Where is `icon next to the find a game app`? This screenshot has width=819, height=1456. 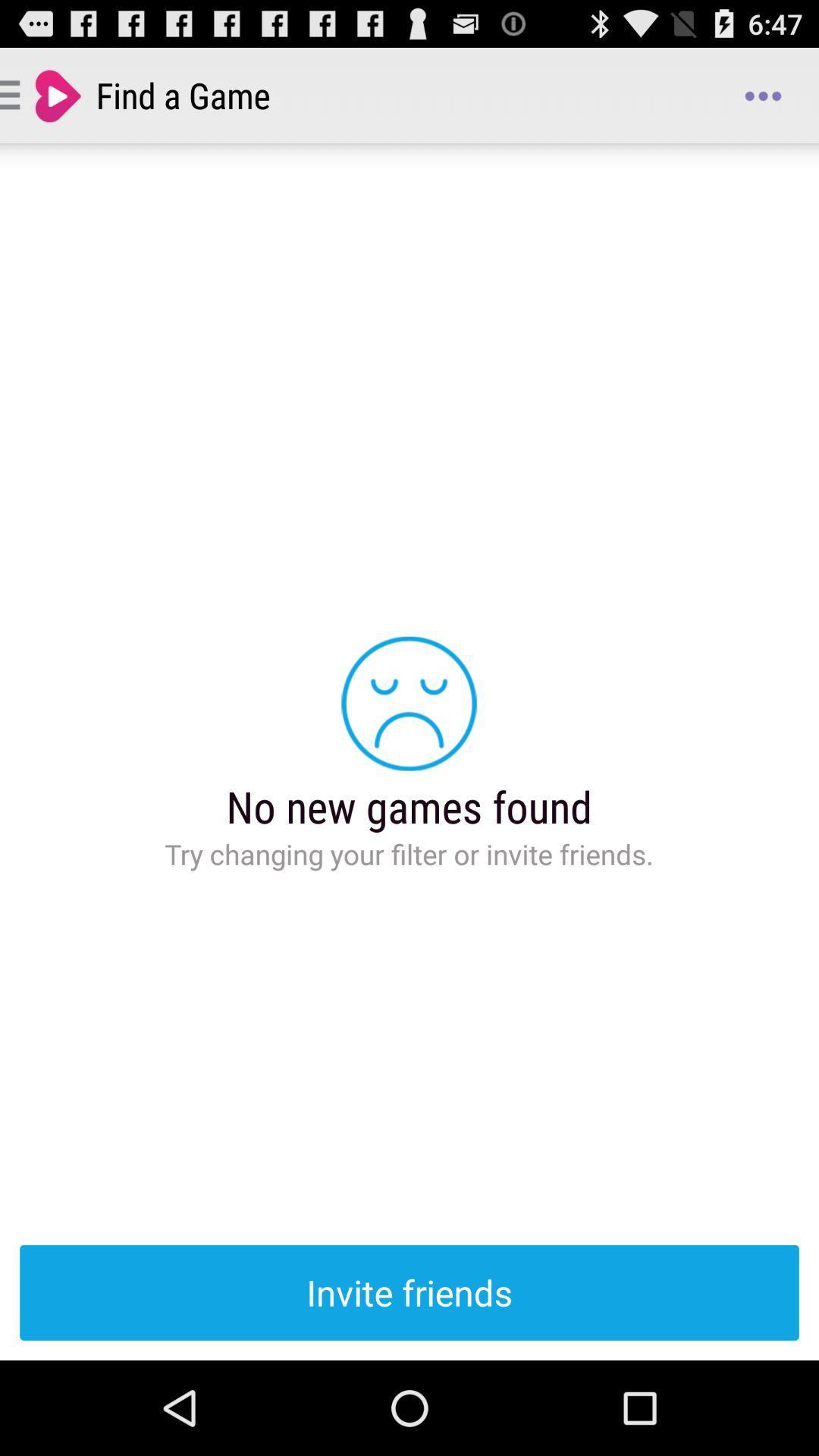 icon next to the find a game app is located at coordinates (763, 94).